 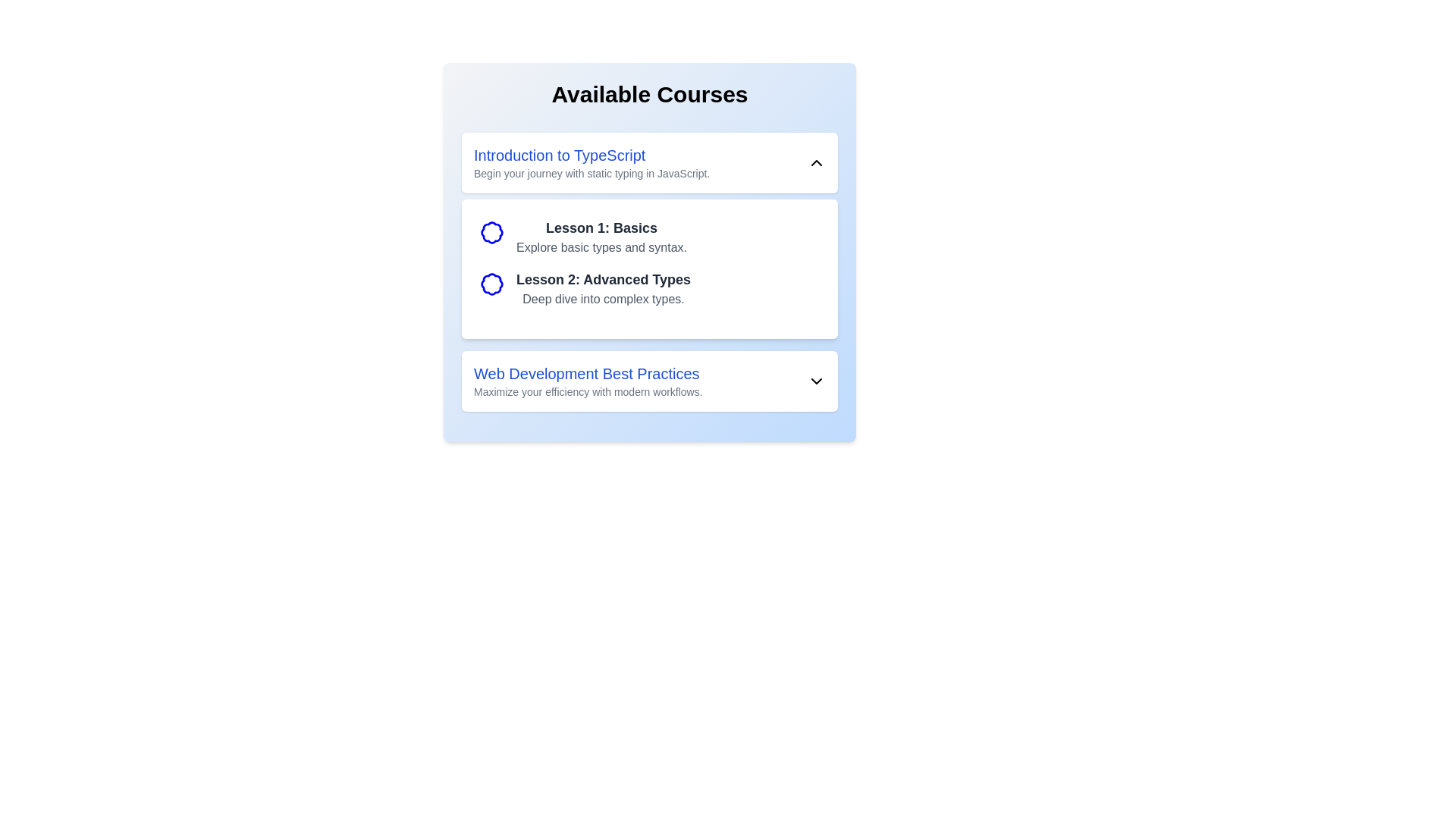 I want to click on the text block describing the course 'Web Development Best Practices' located below the 'Introduction to TypeScript' section in the 'Available Courses' list, so click(x=587, y=380).